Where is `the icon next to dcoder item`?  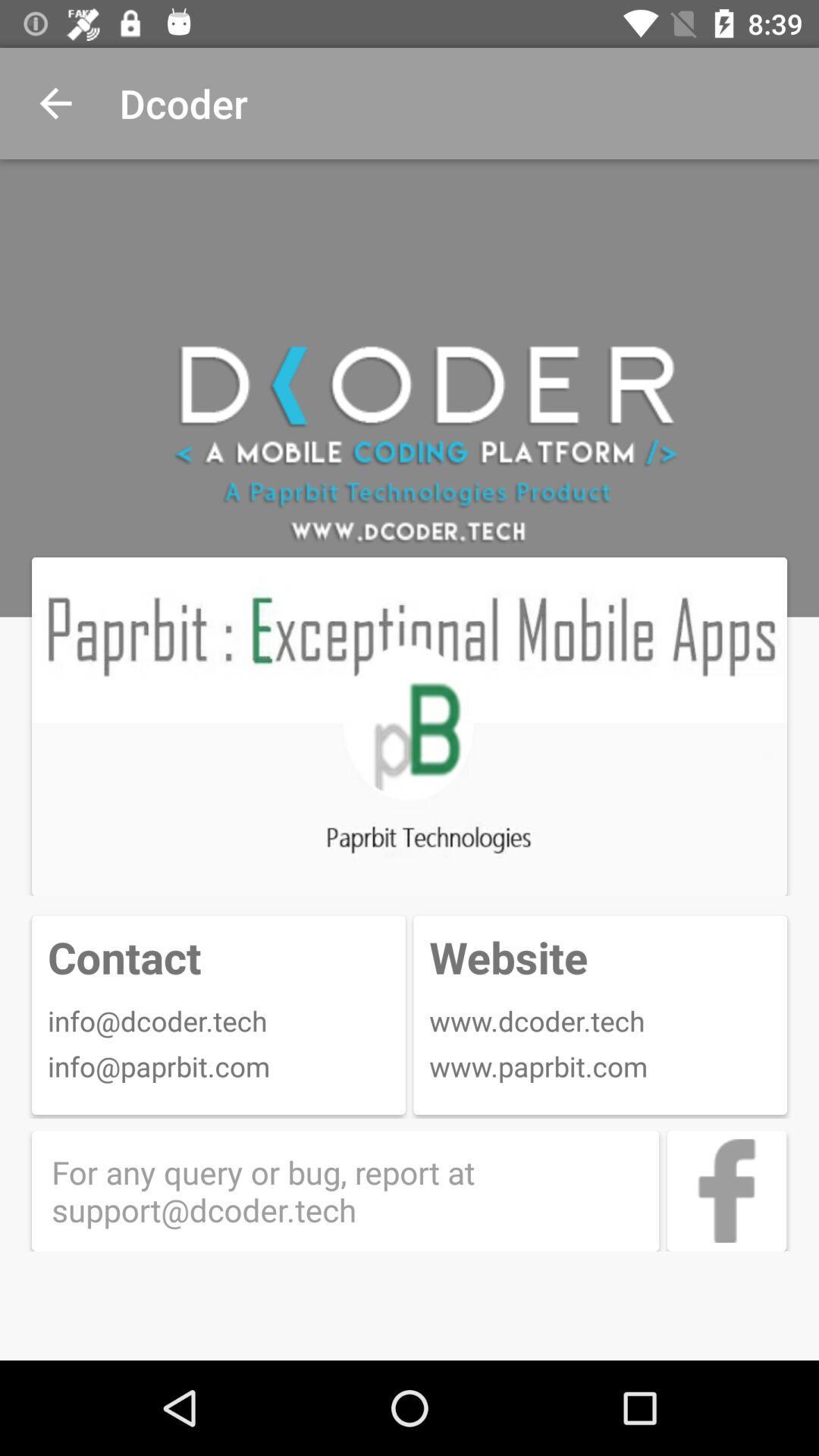
the icon next to dcoder item is located at coordinates (55, 102).